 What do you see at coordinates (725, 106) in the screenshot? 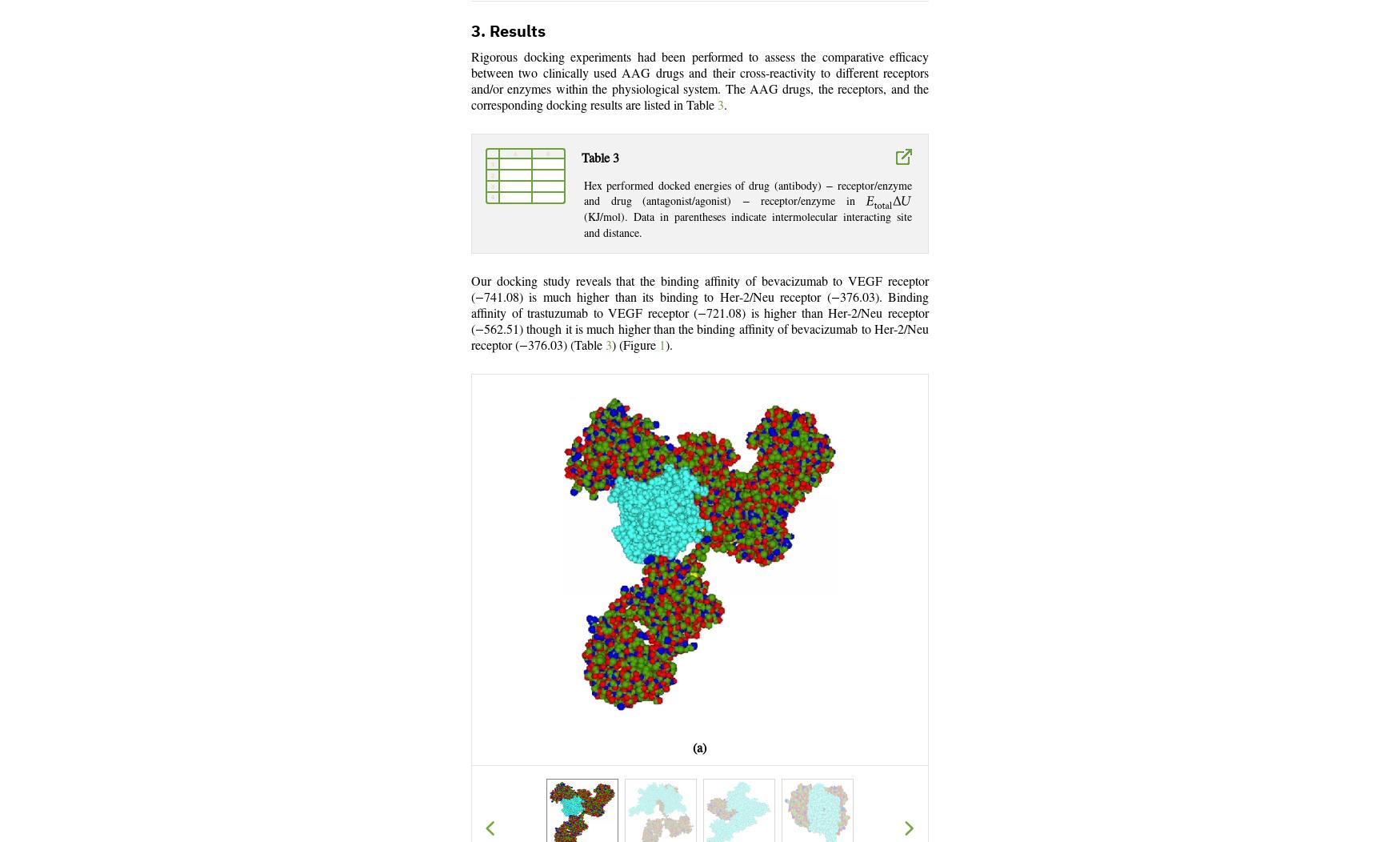
I see `'.'` at bounding box center [725, 106].